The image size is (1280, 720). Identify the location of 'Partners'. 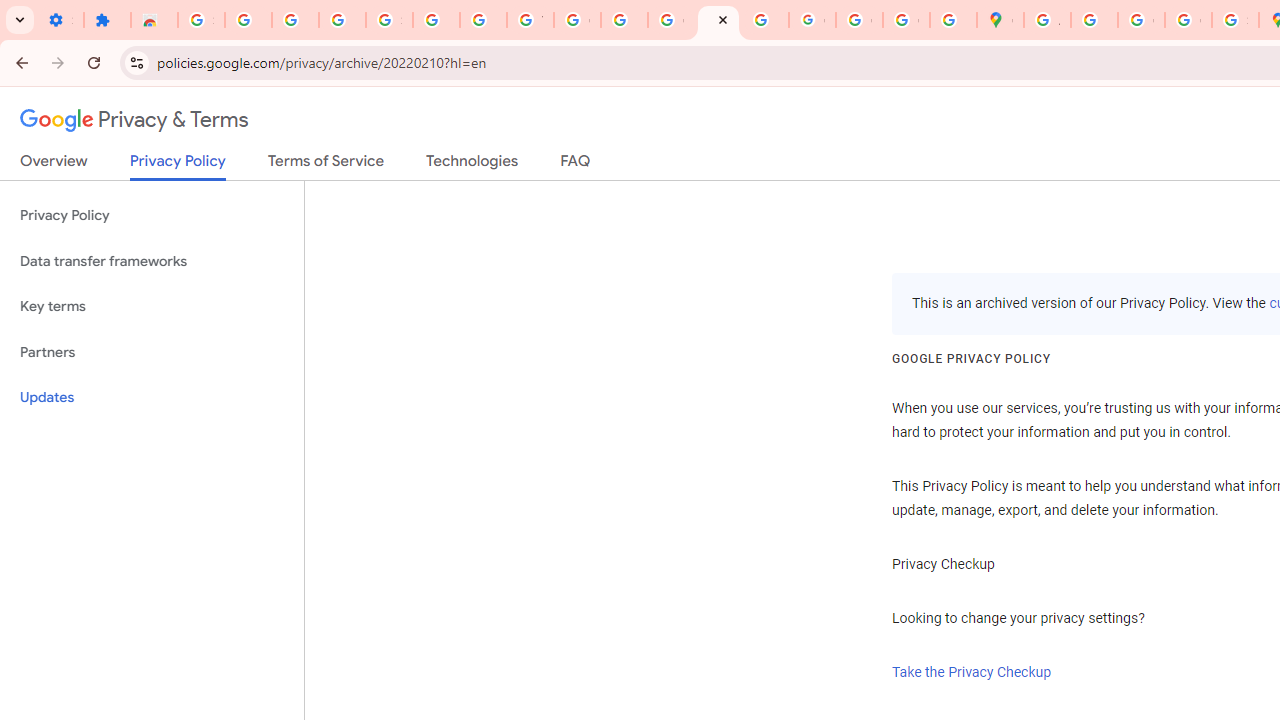
(151, 351).